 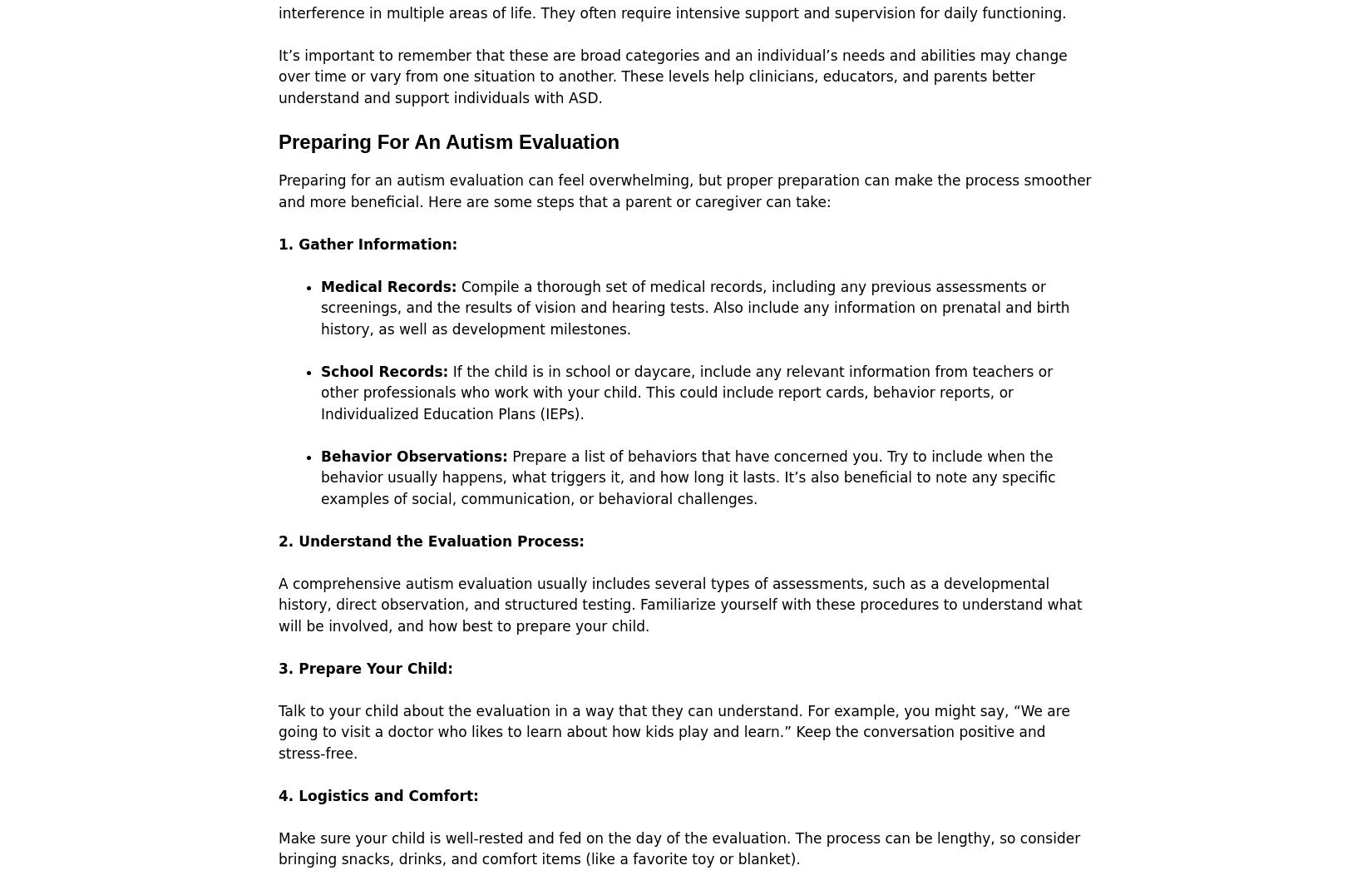 What do you see at coordinates (320, 306) in the screenshot?
I see `'Compile a thorough set of medical records, including any previous assessments or screenings, and the results of vision and hearing tests. Also include any information on prenatal and birth history, as well as development milestones.'` at bounding box center [320, 306].